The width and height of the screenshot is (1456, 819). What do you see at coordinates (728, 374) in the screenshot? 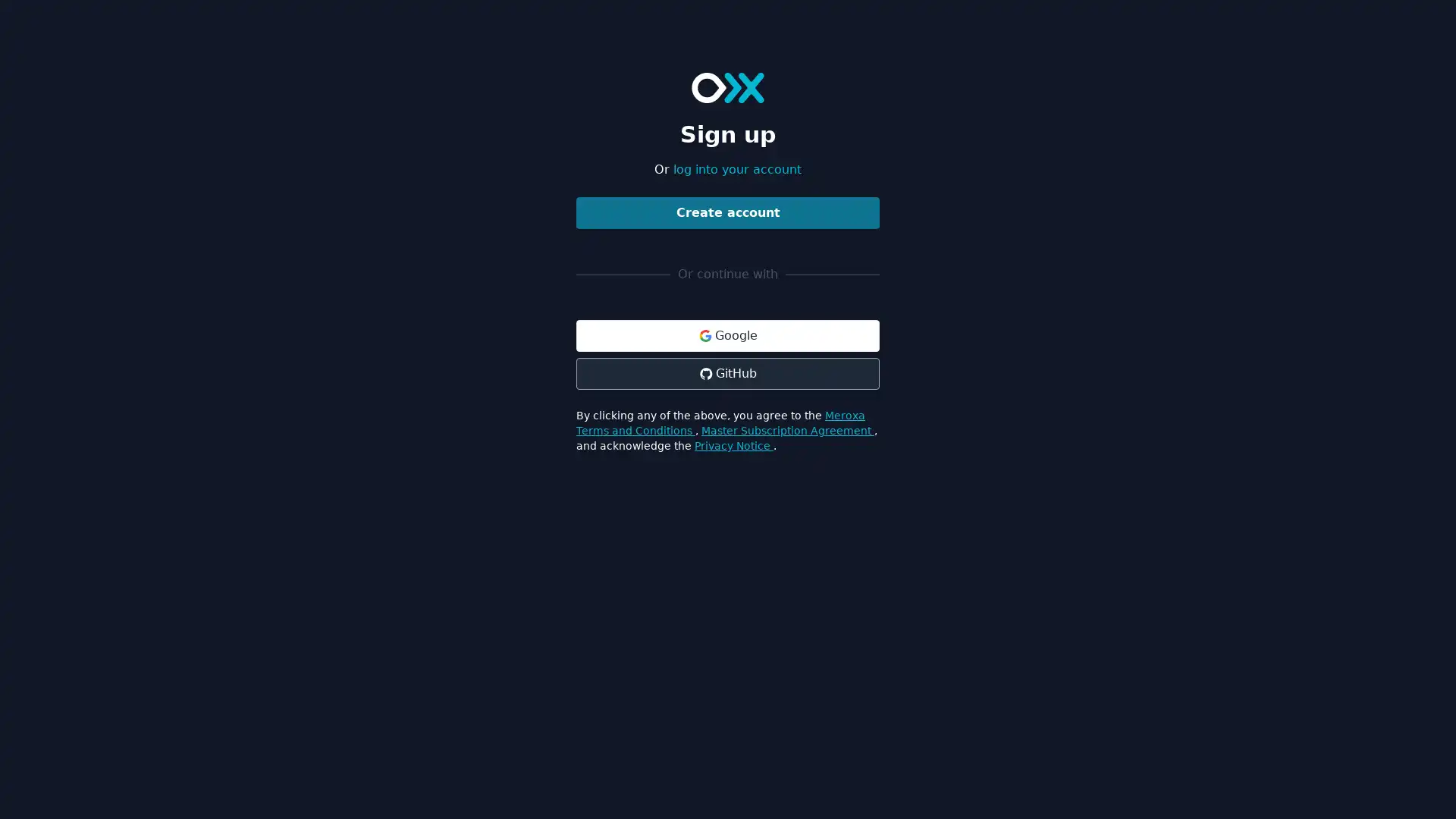
I see `GitHub GitHub` at bounding box center [728, 374].